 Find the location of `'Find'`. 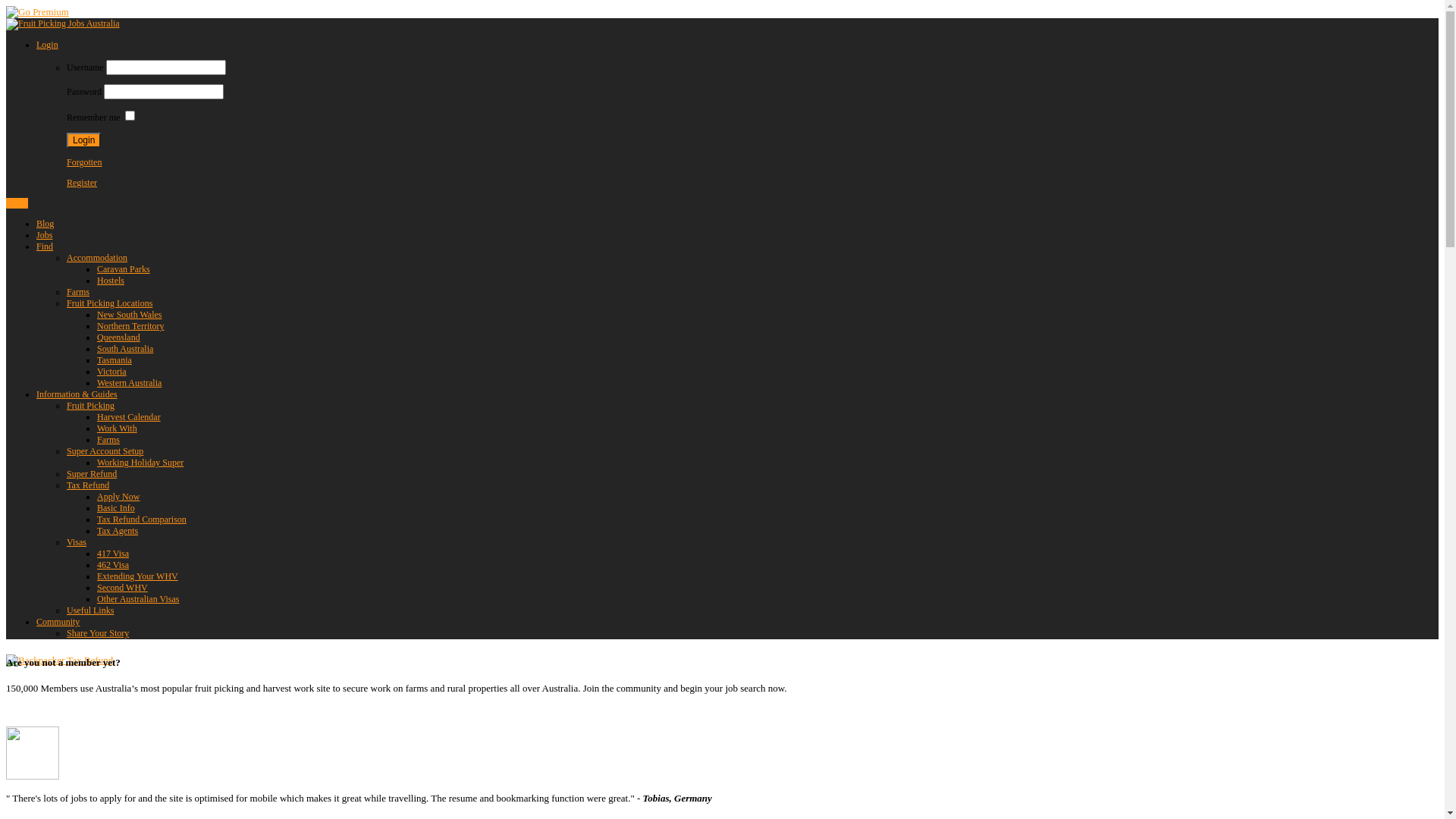

'Find' is located at coordinates (44, 245).